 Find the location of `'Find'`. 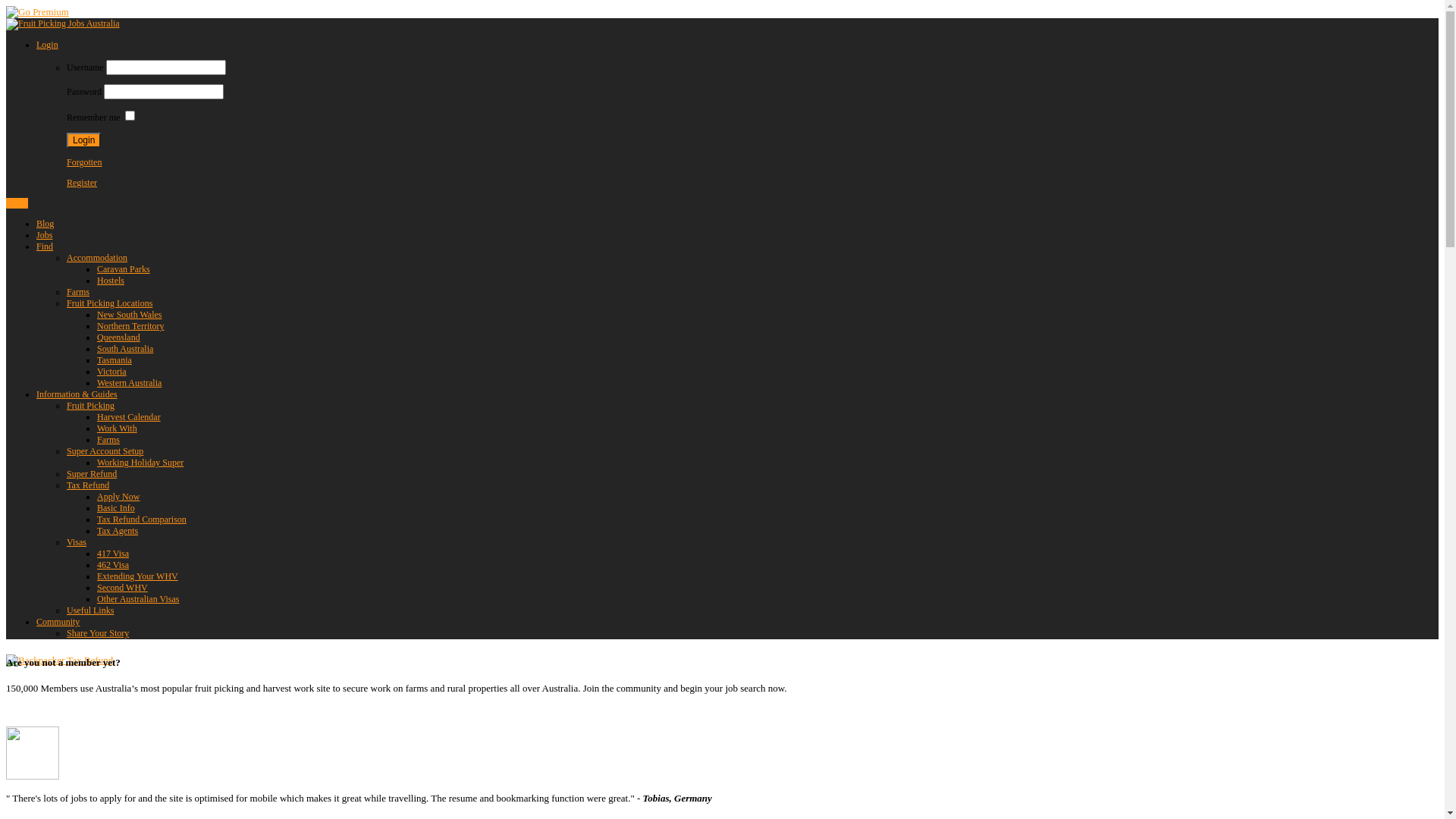

'Find' is located at coordinates (44, 245).